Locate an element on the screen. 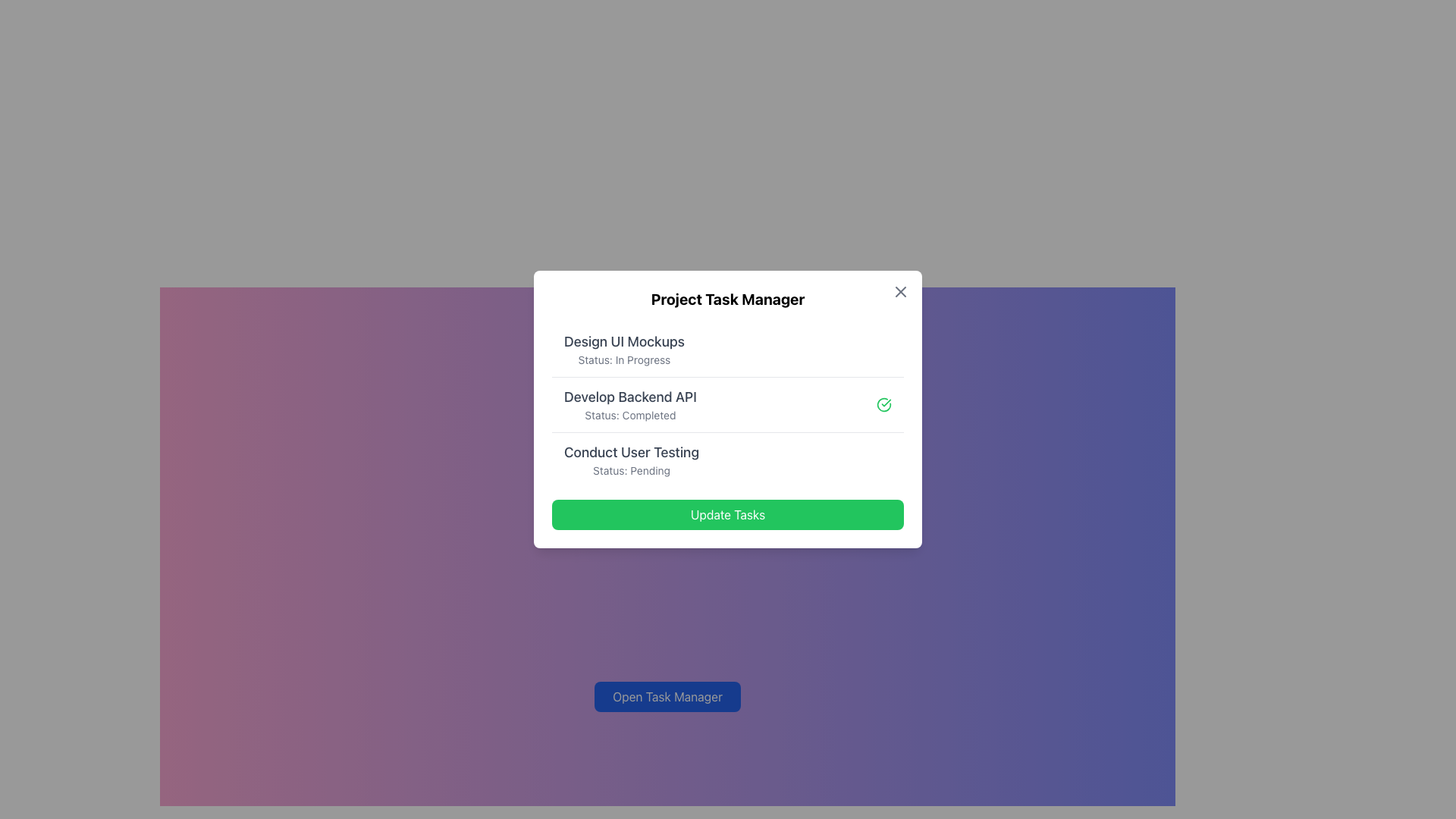  information displayed in the third task item of the 'Project Task Manager' modal, which shows the task title and its status is located at coordinates (632, 459).